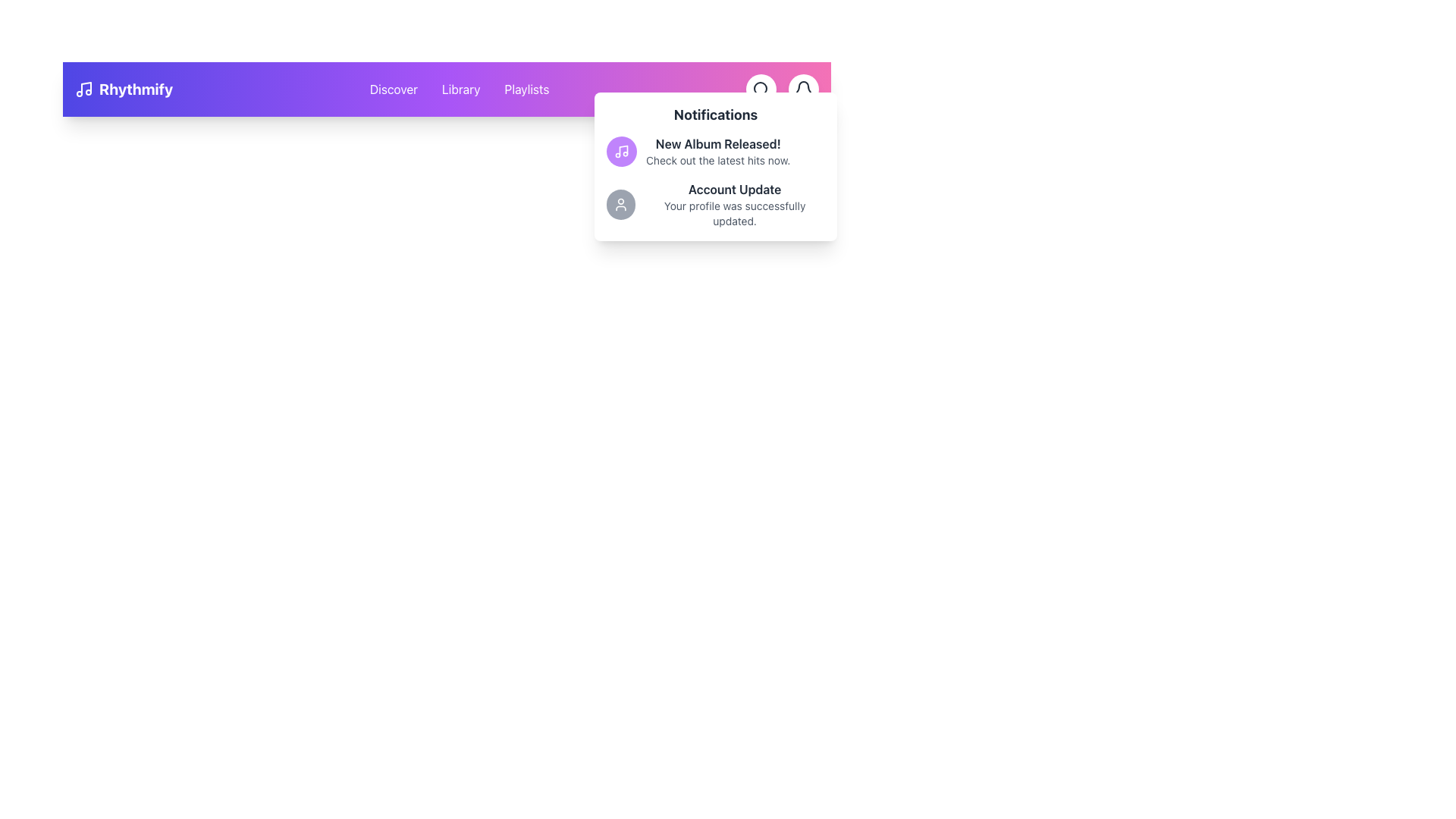 The image size is (1456, 819). Describe the element at coordinates (526, 89) in the screenshot. I see `the 'Playlists' hyperlink, which is the third item in the horizontal navigation menu with white text and an underline effect on hover` at that location.